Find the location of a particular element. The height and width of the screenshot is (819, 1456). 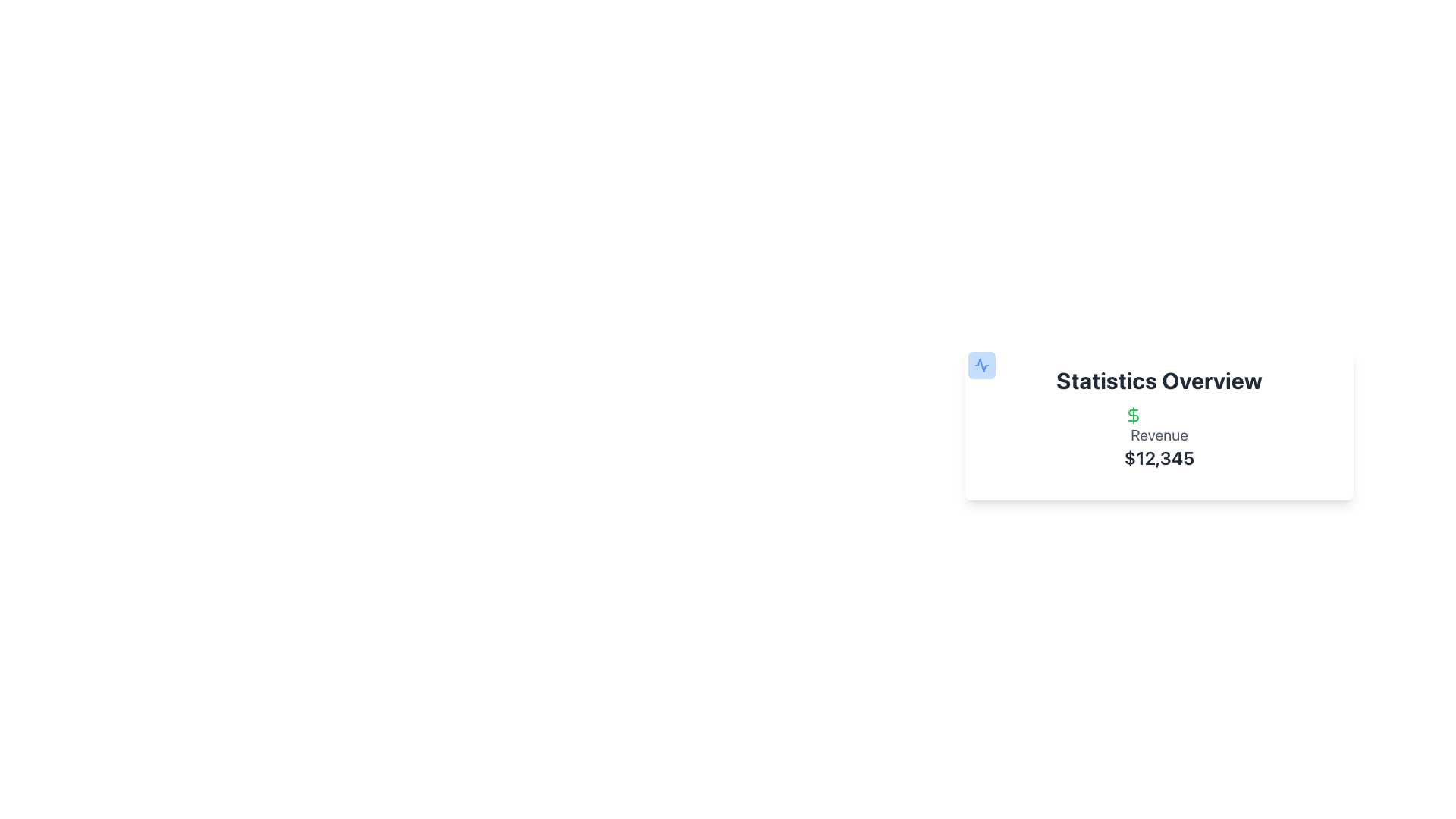

the text label reading 'Revenue' that is styled with a large font size and light gray color, located below a green dollar sign icon and above the numeric text '$12,345' is located at coordinates (1159, 435).